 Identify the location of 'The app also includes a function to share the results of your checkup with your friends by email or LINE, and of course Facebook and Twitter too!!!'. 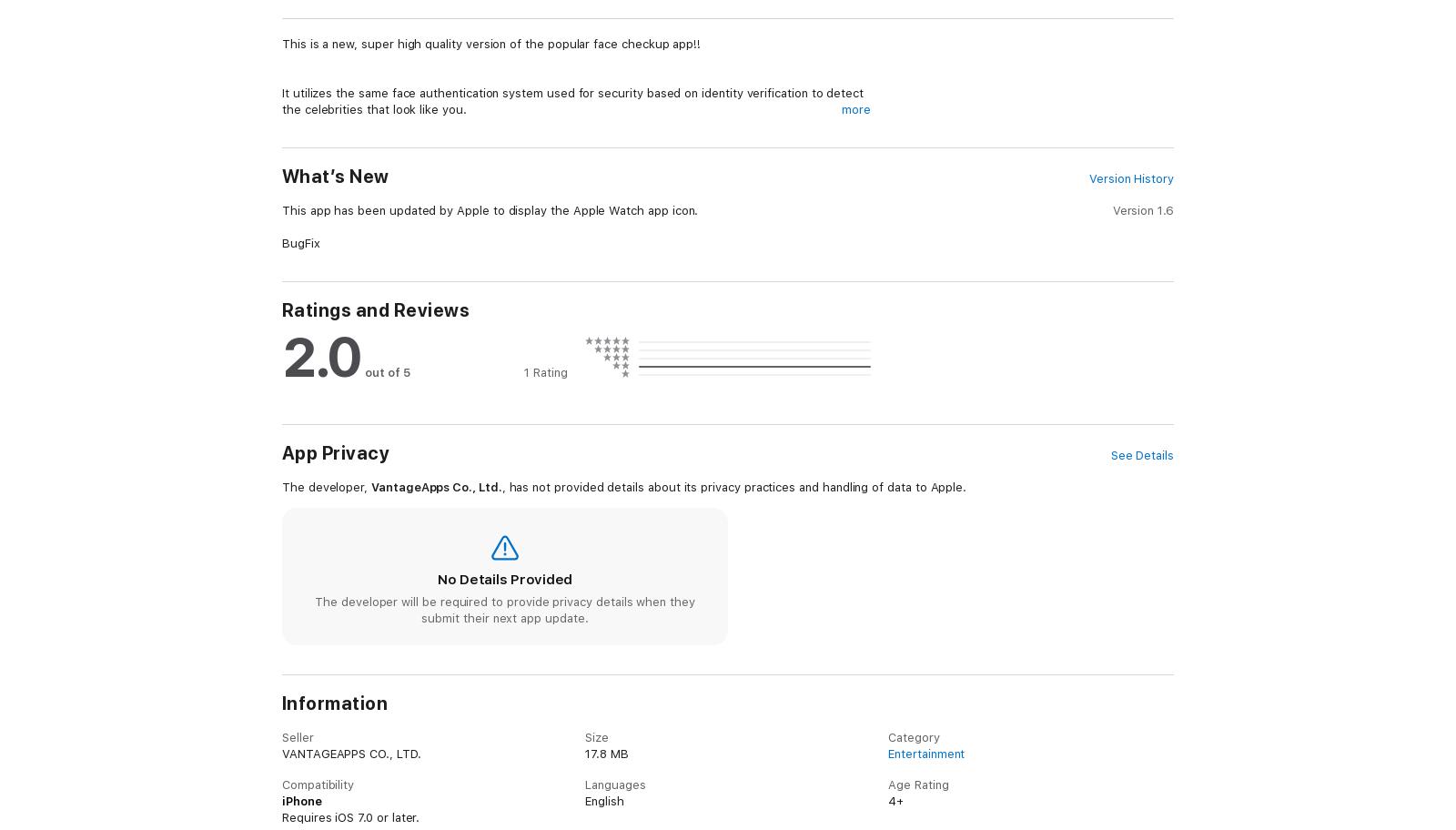
(574, 707).